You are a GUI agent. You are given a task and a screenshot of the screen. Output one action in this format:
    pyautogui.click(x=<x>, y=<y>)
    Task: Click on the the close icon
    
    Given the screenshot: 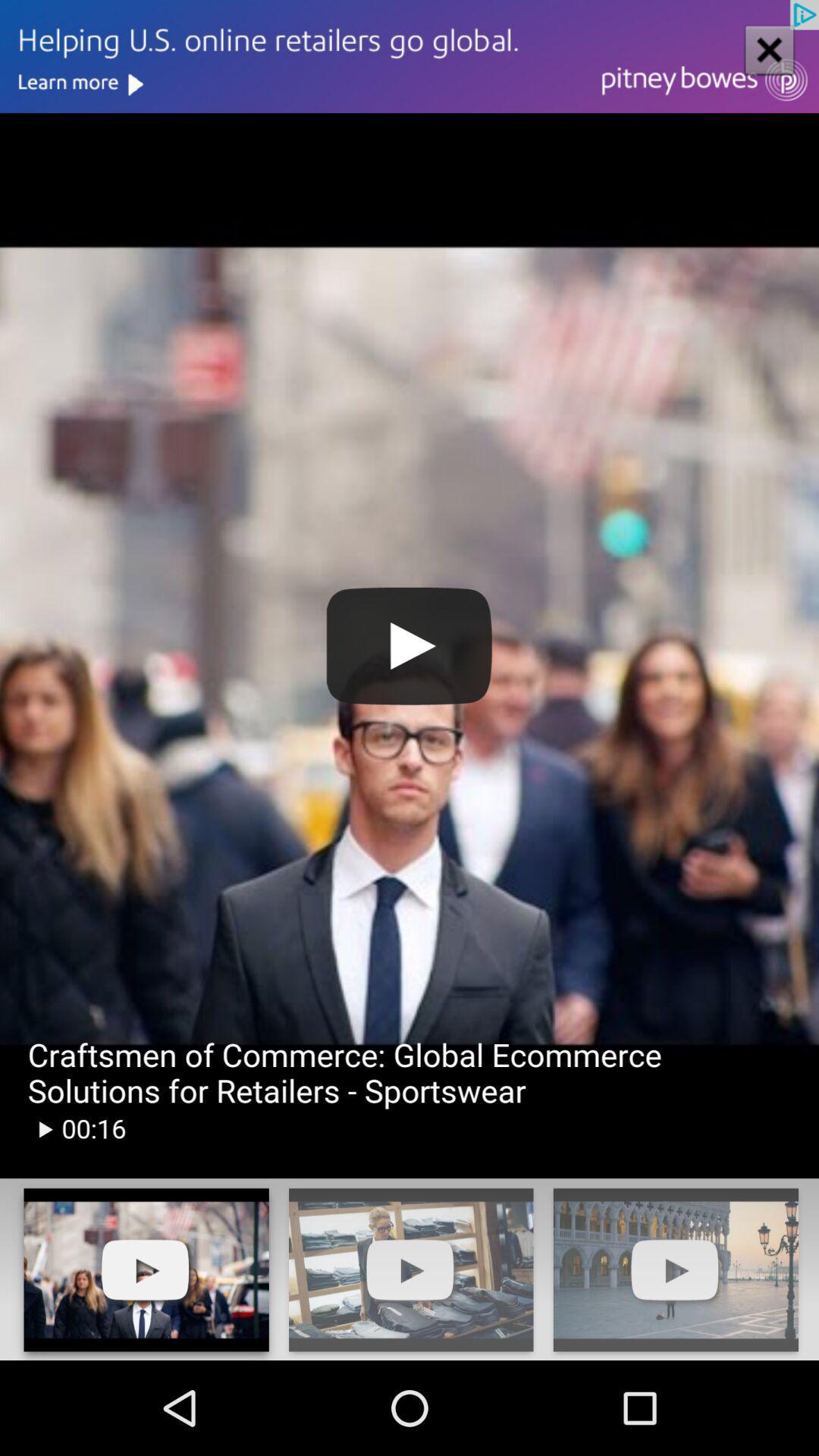 What is the action you would take?
    pyautogui.click(x=769, y=53)
    